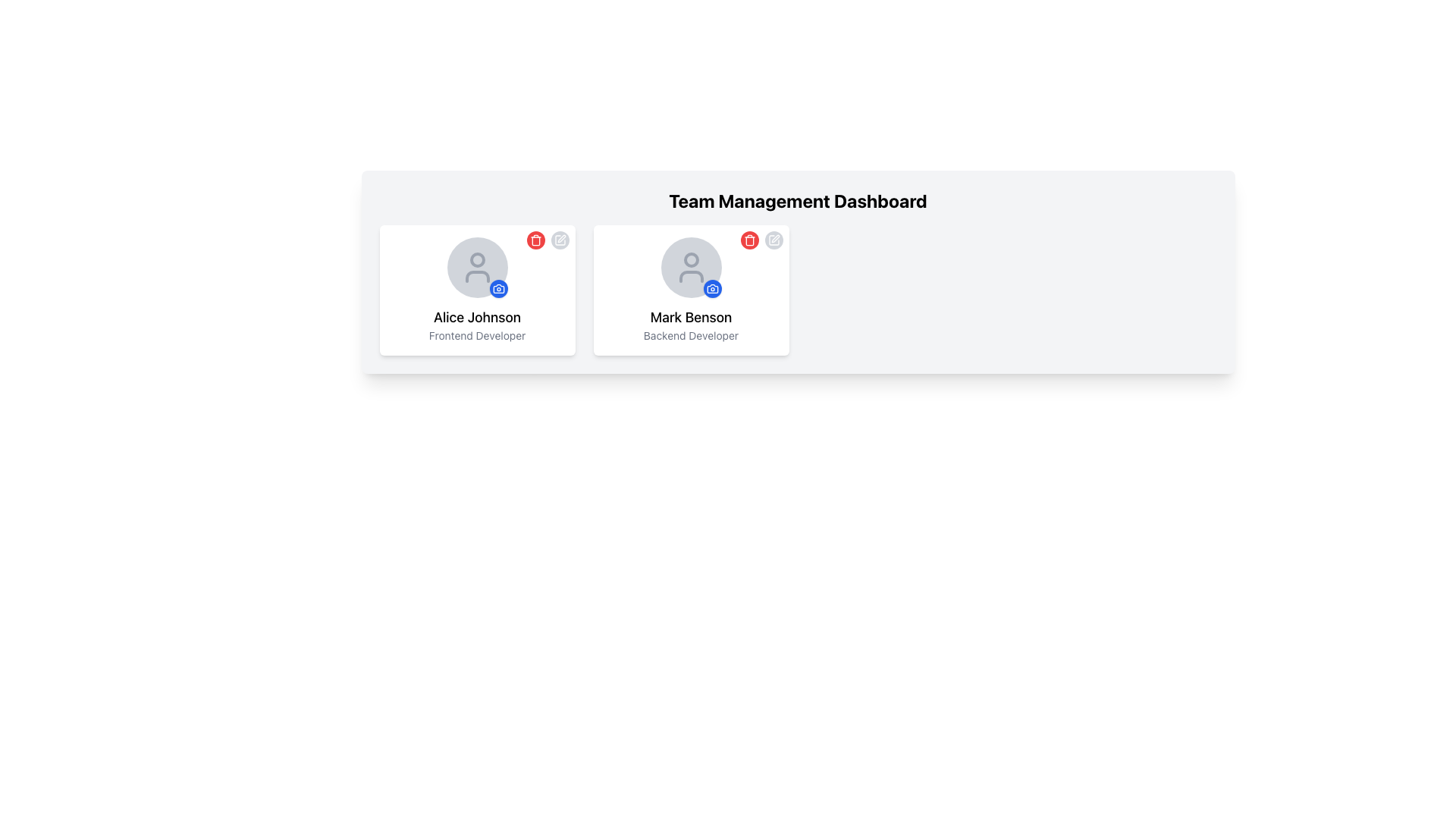 This screenshot has height=819, width=1456. What do you see at coordinates (690, 290) in the screenshot?
I see `the avatar area of the profile card for 'Mark Benson'` at bounding box center [690, 290].